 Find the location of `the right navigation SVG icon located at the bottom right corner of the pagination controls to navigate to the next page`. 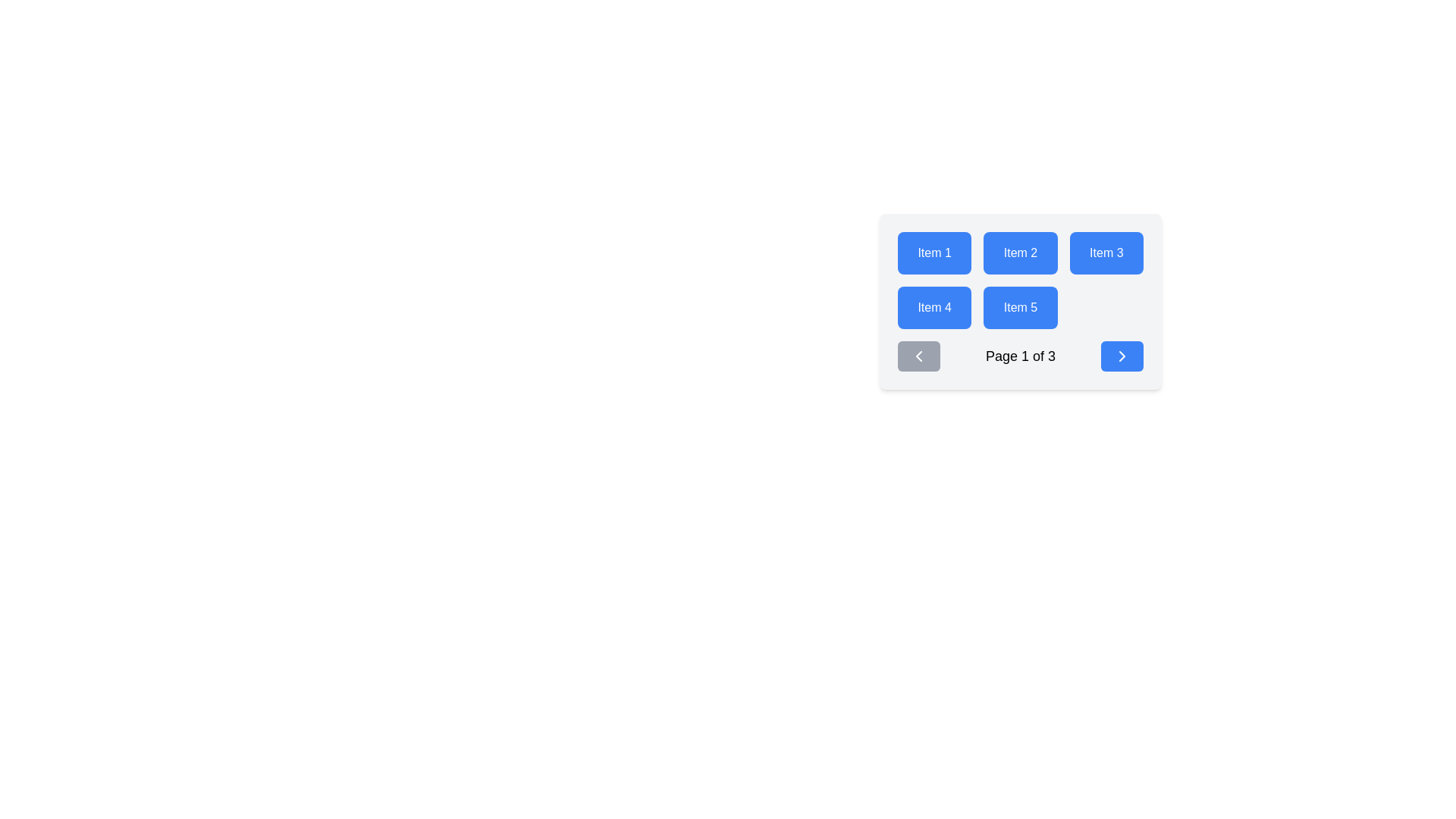

the right navigation SVG icon located at the bottom right corner of the pagination controls to navigate to the next page is located at coordinates (1122, 356).